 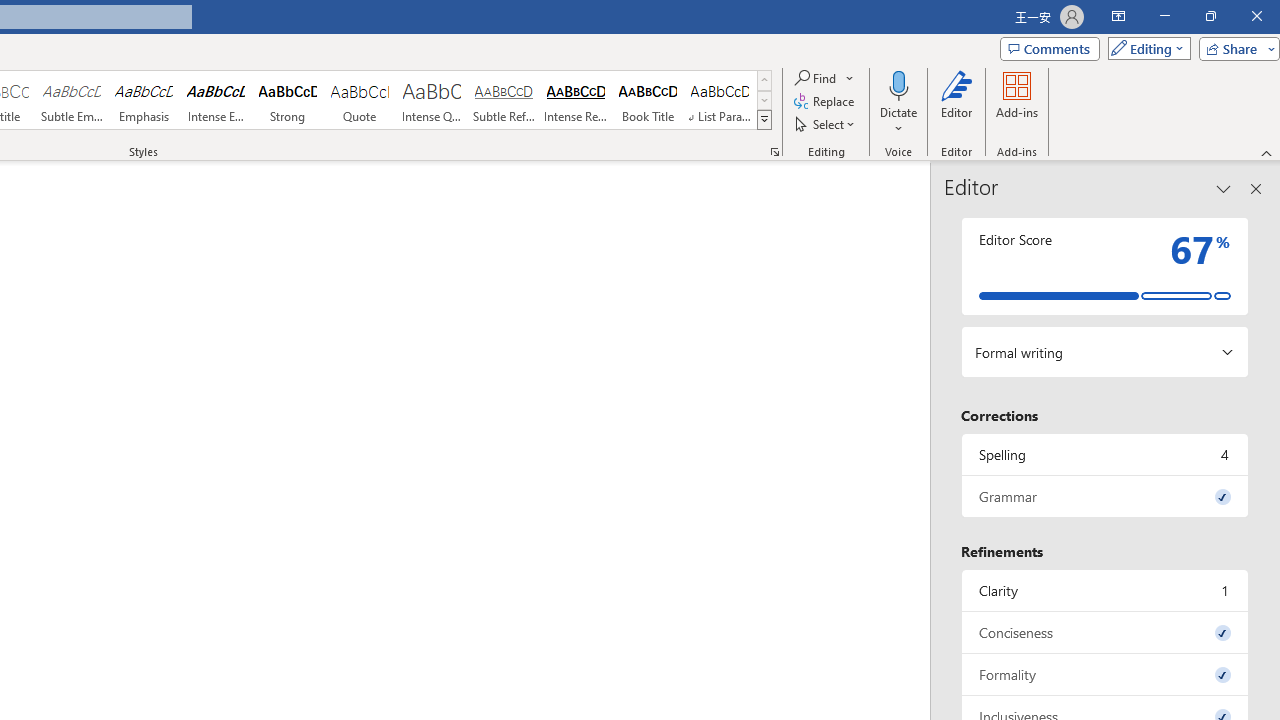 What do you see at coordinates (575, 100) in the screenshot?
I see `'Intense Reference'` at bounding box center [575, 100].